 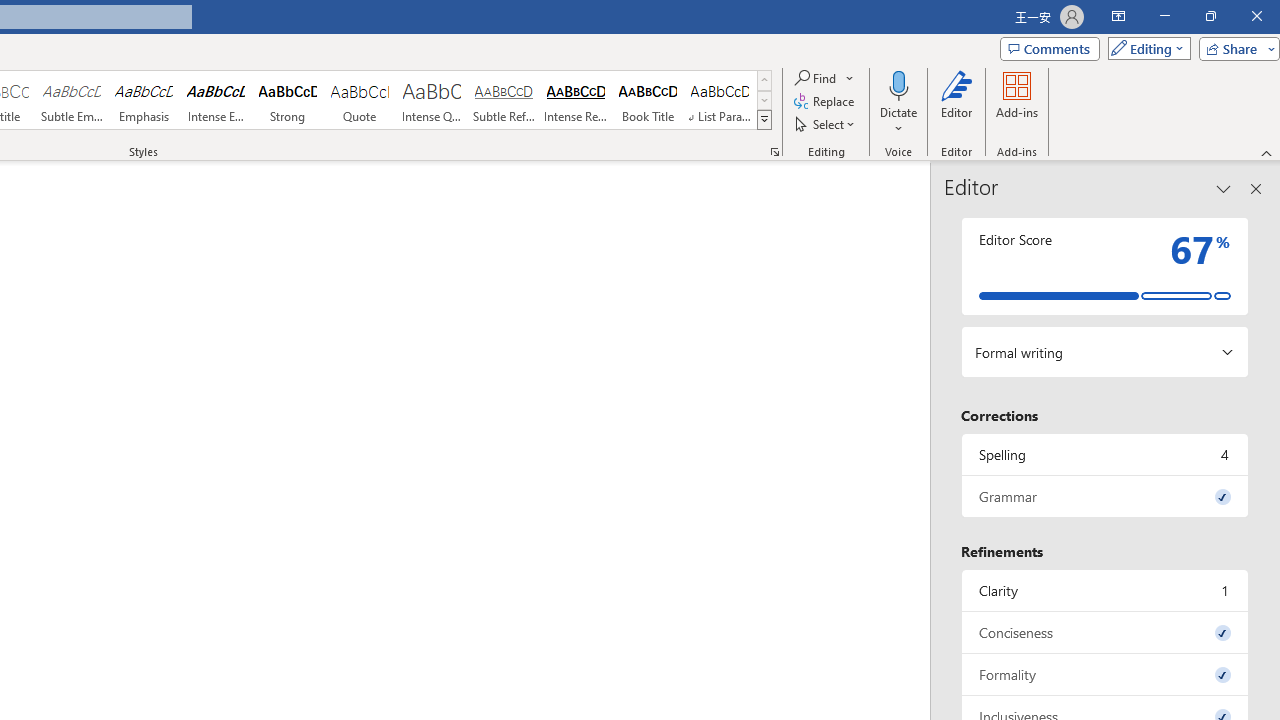 What do you see at coordinates (575, 100) in the screenshot?
I see `'Intense Reference'` at bounding box center [575, 100].